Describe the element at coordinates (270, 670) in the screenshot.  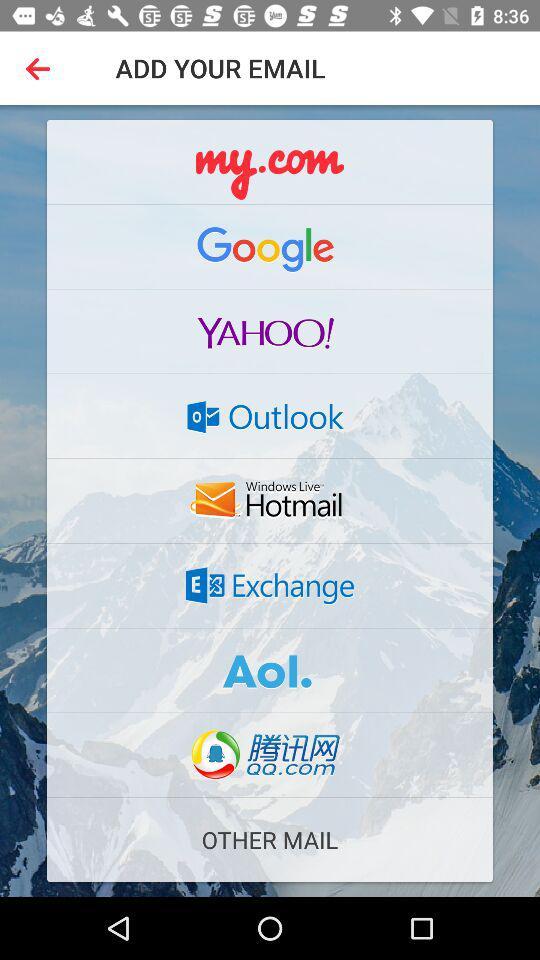
I see `email option` at that location.